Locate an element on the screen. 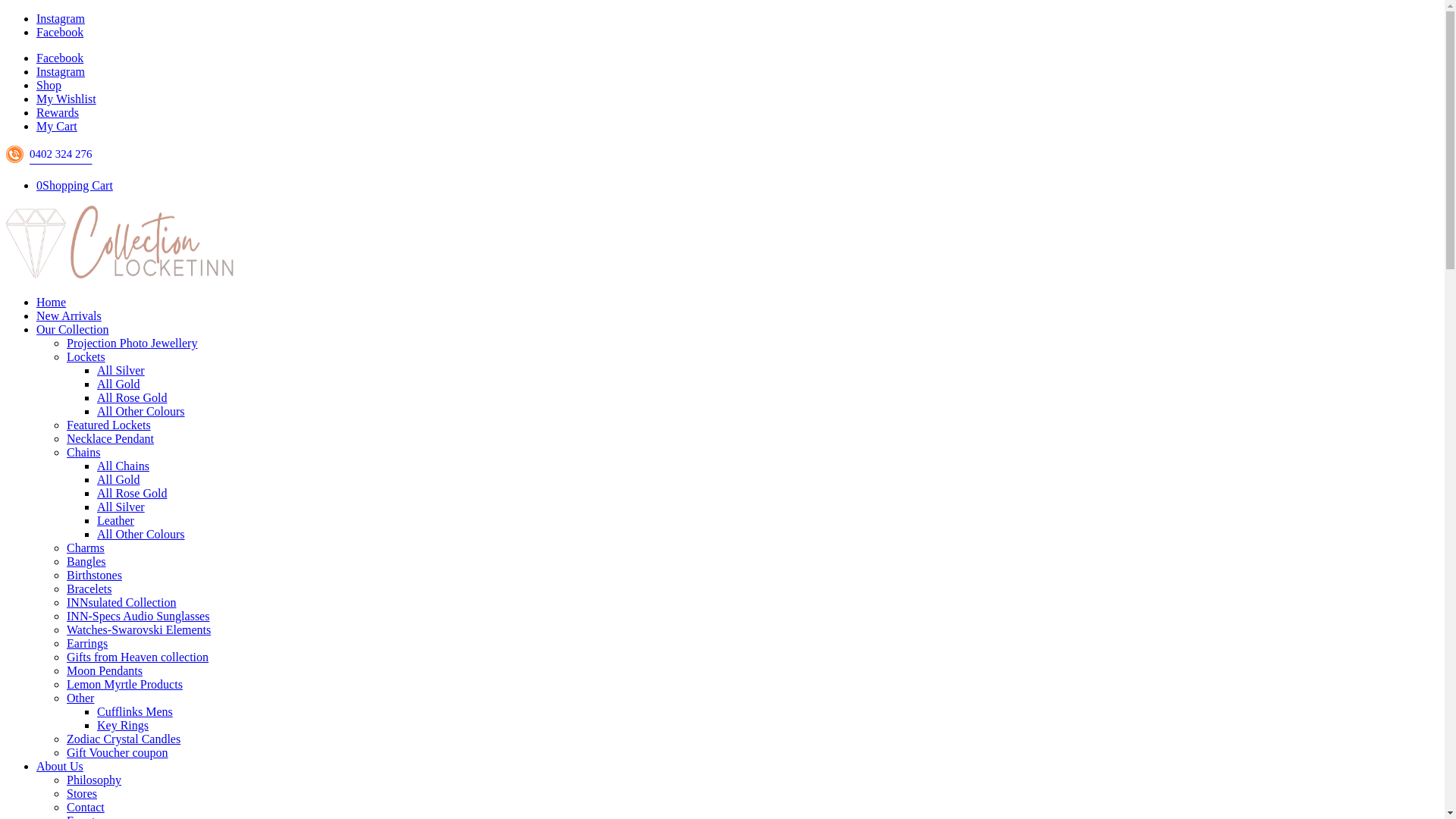  'About Us' is located at coordinates (59, 766).